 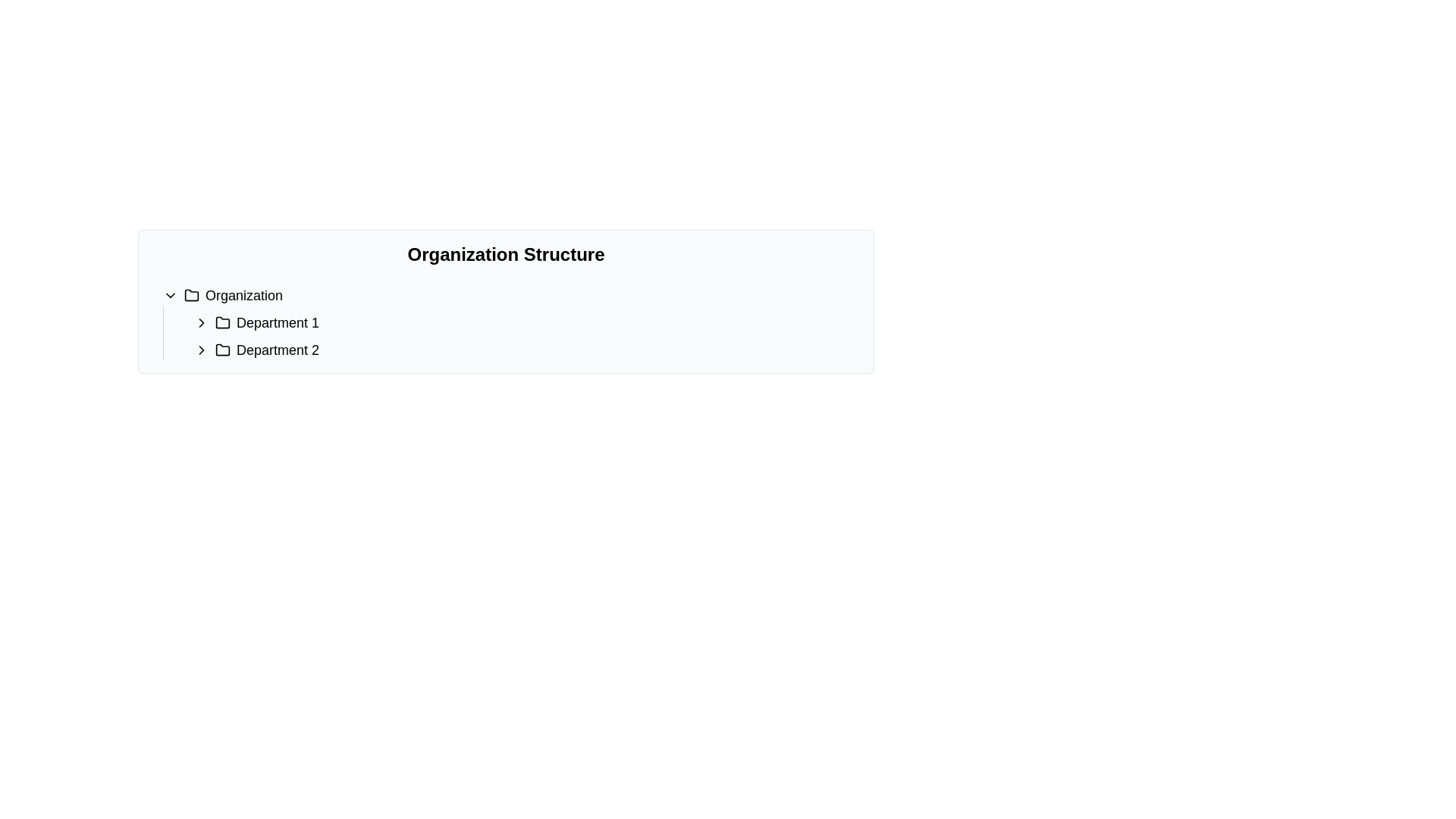 I want to click on the folder icon located to the left of the text 'Department 1', which serves as an indicator for the department's iconography, so click(x=221, y=322).